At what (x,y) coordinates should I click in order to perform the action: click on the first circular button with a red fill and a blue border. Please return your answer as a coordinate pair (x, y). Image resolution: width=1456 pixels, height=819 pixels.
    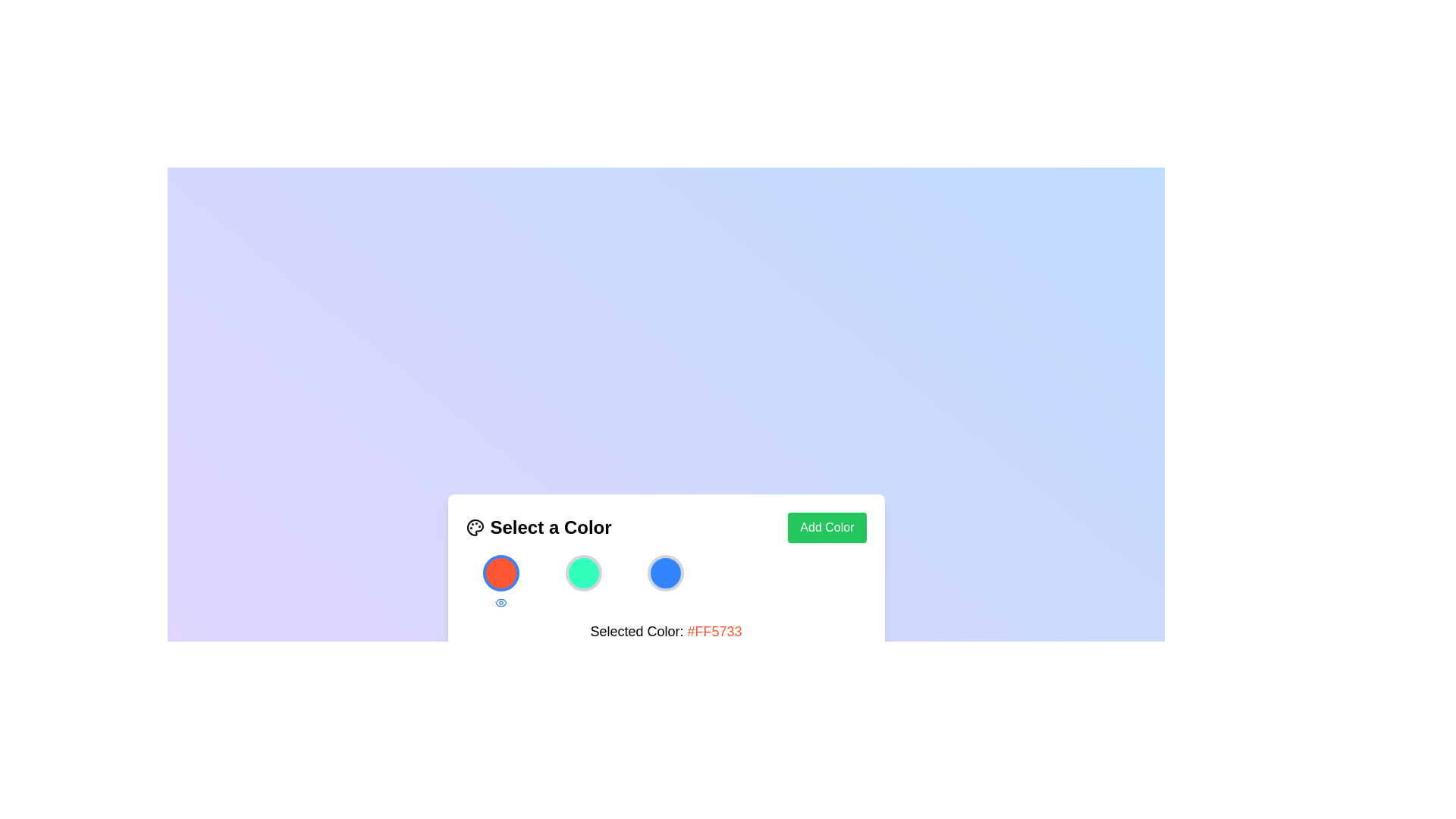
    Looking at the image, I should click on (500, 573).